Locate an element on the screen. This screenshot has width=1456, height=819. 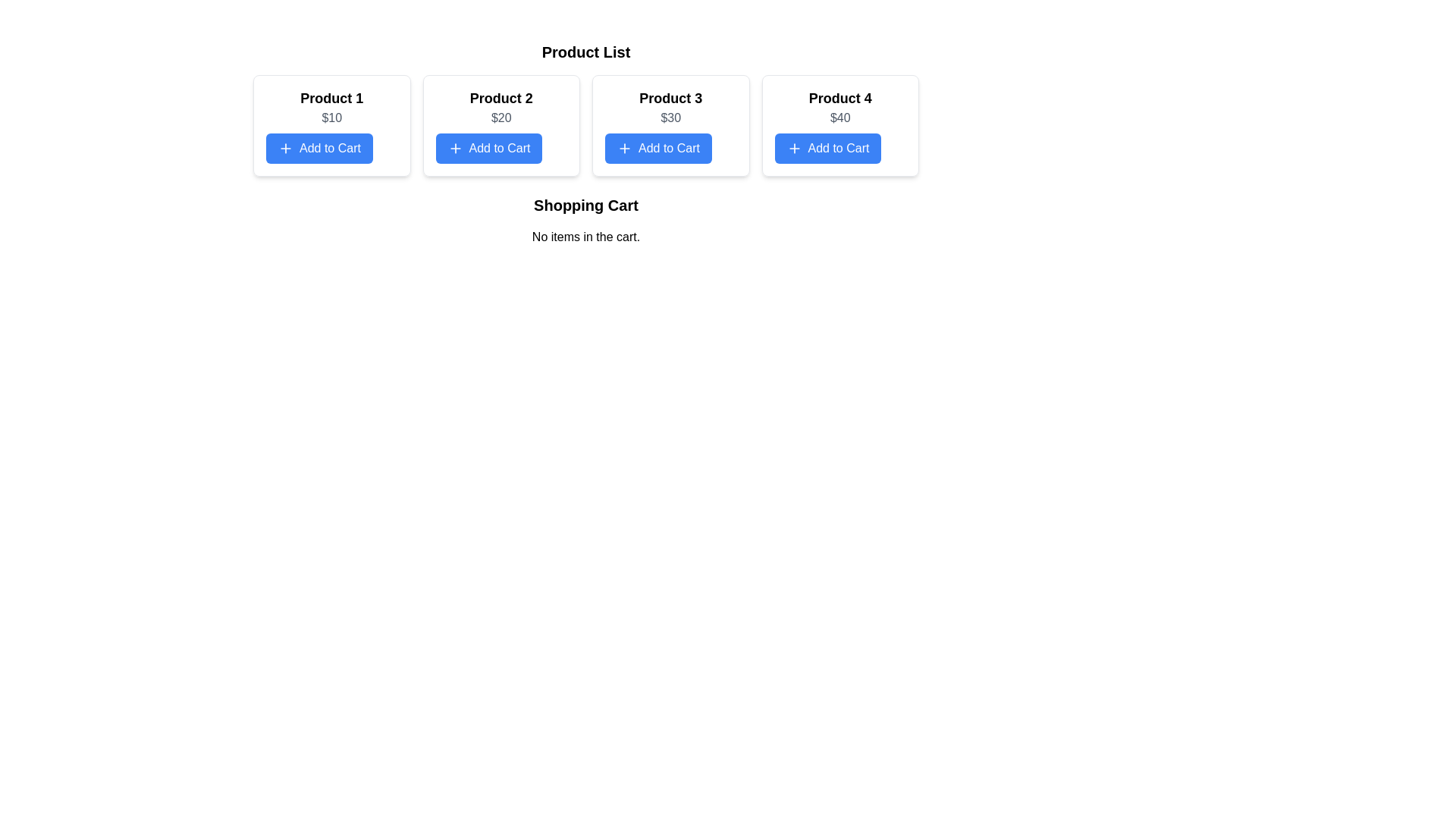
the button that adds 'Product 4' priced at '$40' to the shopping cart is located at coordinates (827, 149).